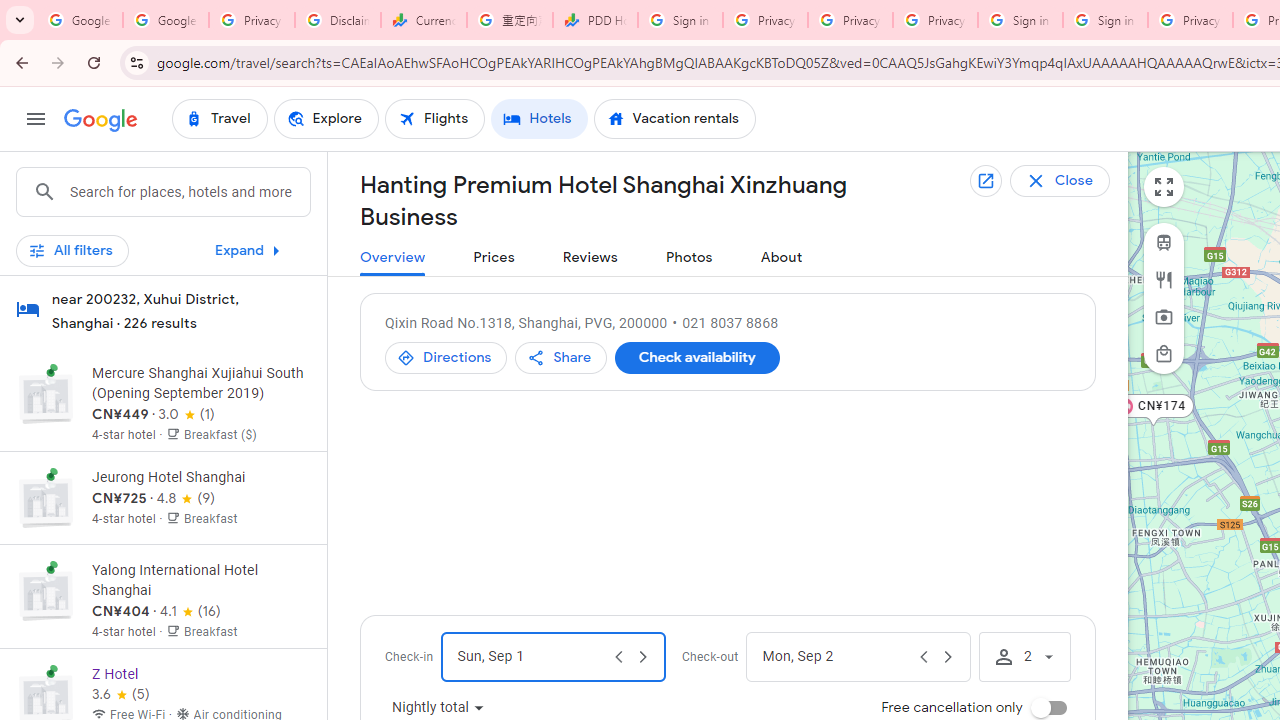 Image resolution: width=1280 pixels, height=720 pixels. I want to click on 'Areas for dining', so click(1164, 279).